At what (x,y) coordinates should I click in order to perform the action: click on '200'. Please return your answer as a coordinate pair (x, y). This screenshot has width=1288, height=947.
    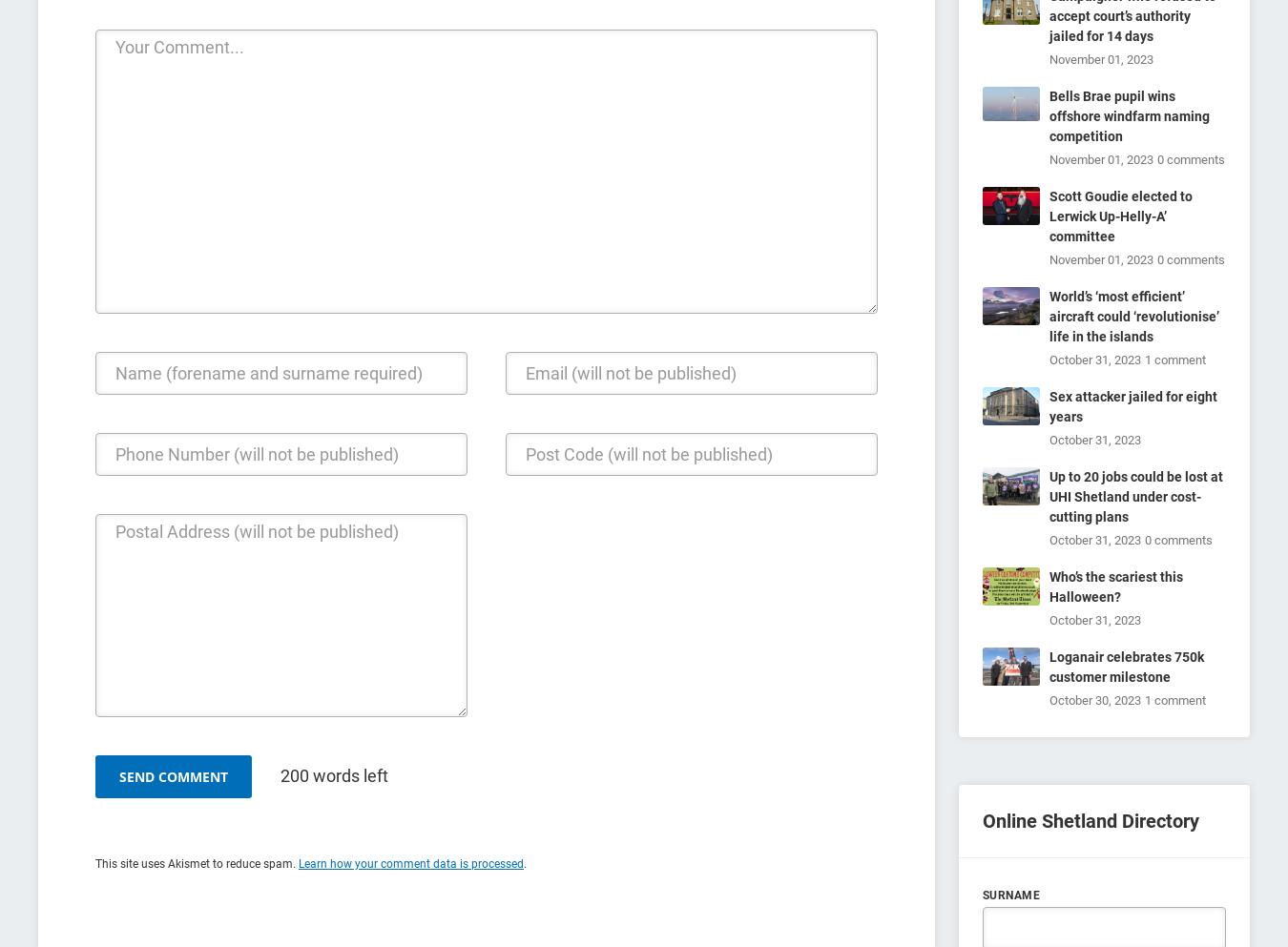
    Looking at the image, I should click on (294, 775).